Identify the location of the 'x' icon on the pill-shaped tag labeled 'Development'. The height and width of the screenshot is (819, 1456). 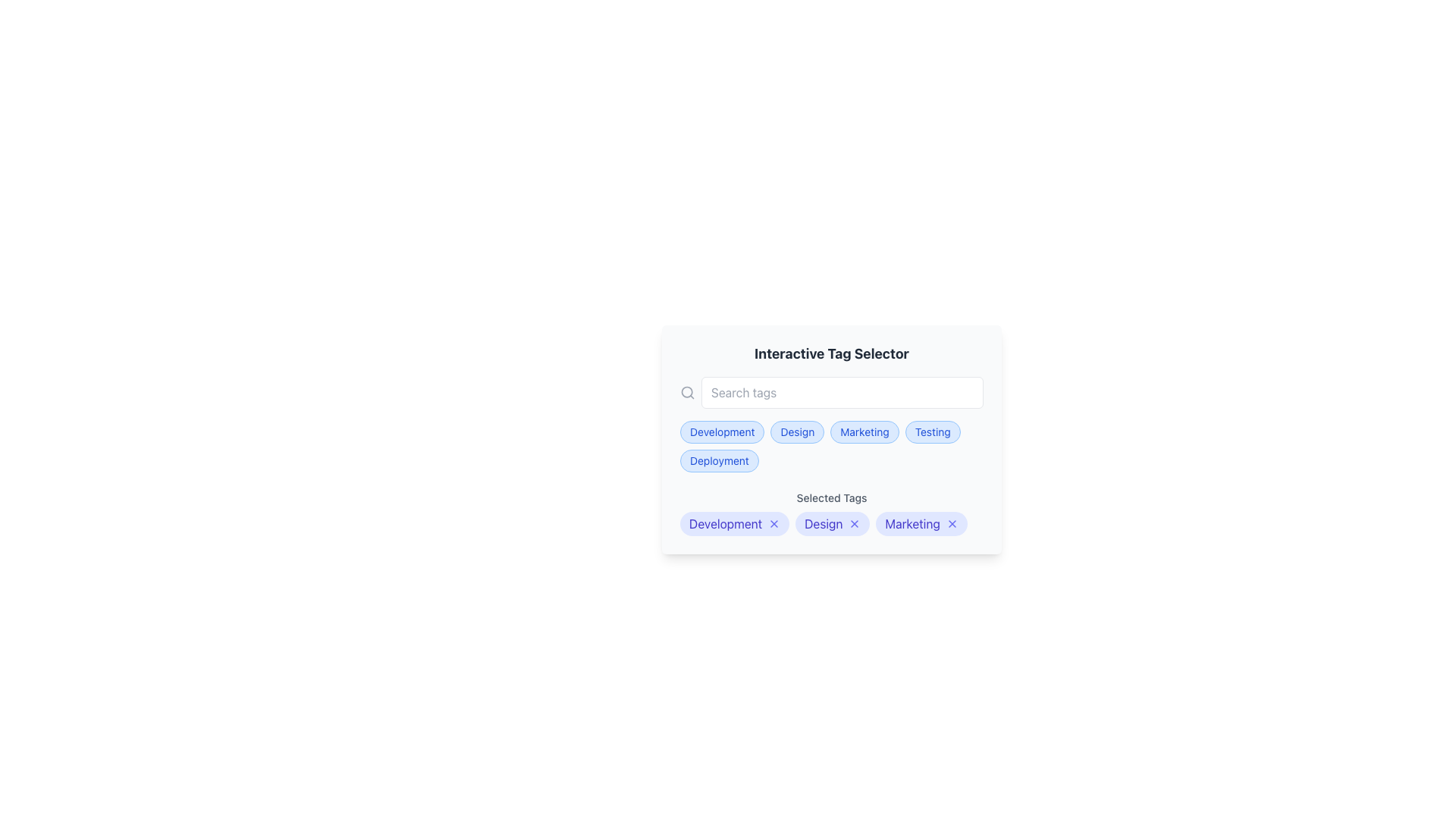
(735, 522).